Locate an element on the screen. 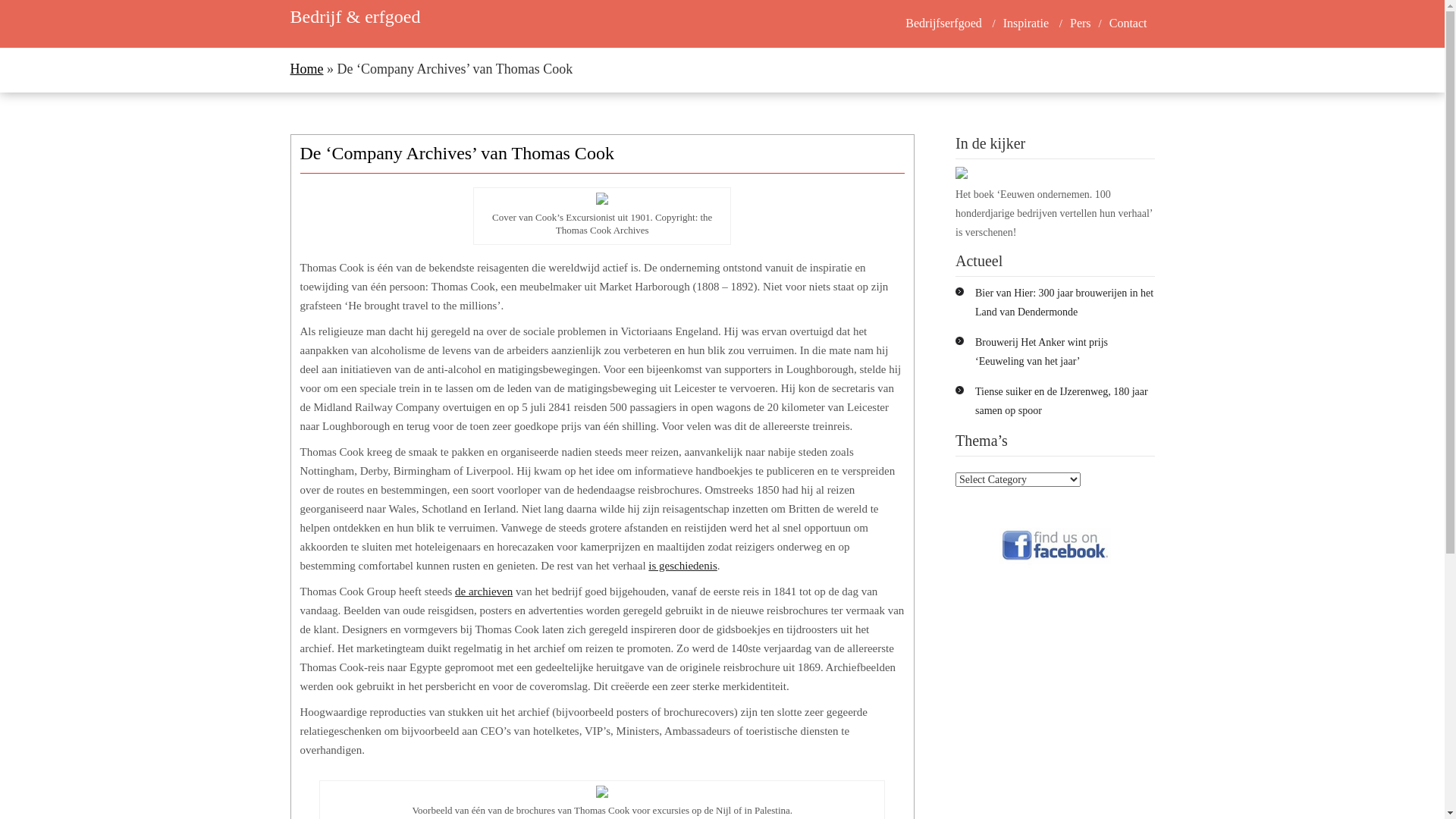  'Tiense suiker en de IJzerenweg, 180 jaar samen op spoor' is located at coordinates (975, 400).